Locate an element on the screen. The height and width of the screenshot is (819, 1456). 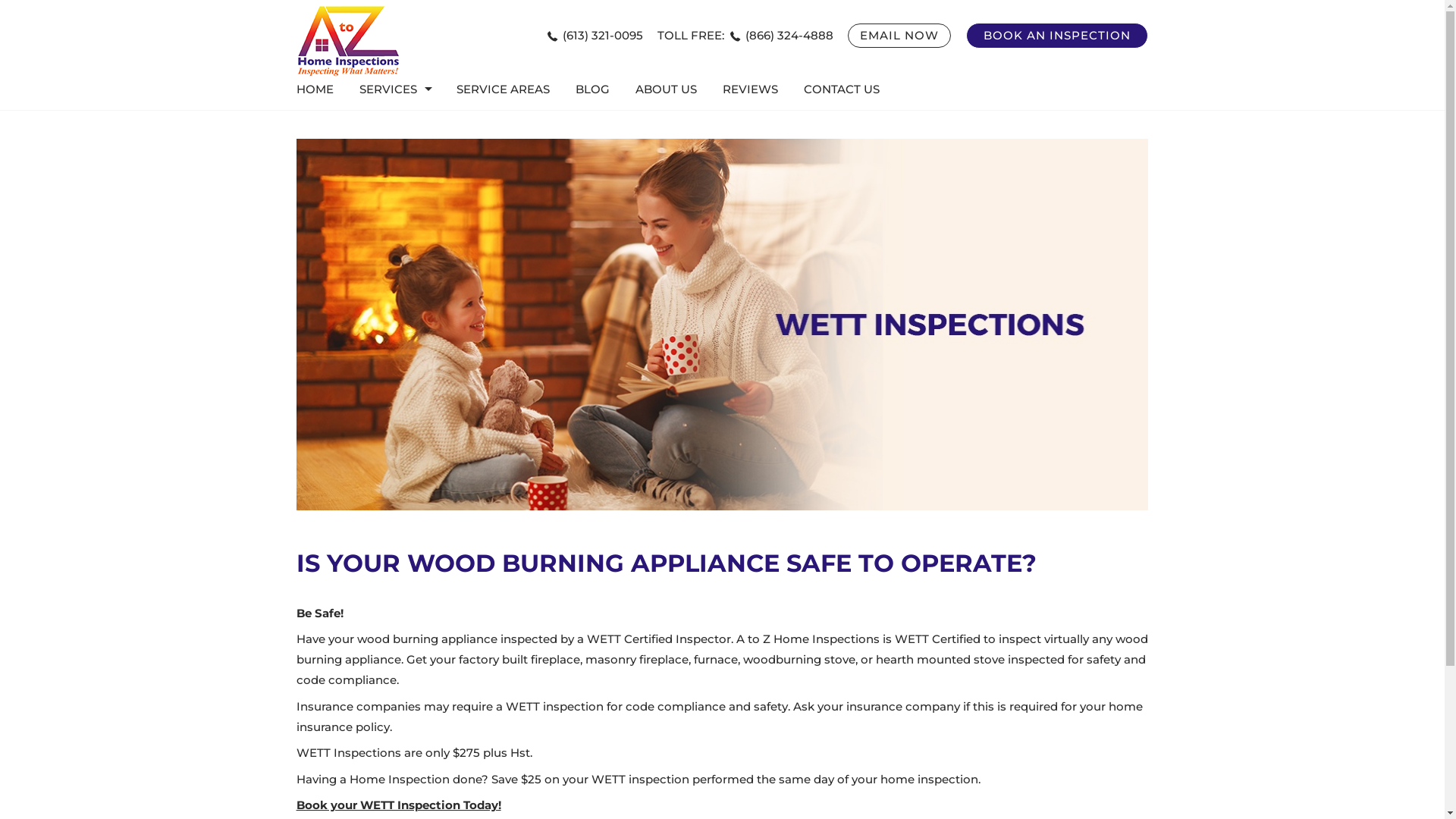
'BOOK AN INSPECTION' is located at coordinates (965, 34).